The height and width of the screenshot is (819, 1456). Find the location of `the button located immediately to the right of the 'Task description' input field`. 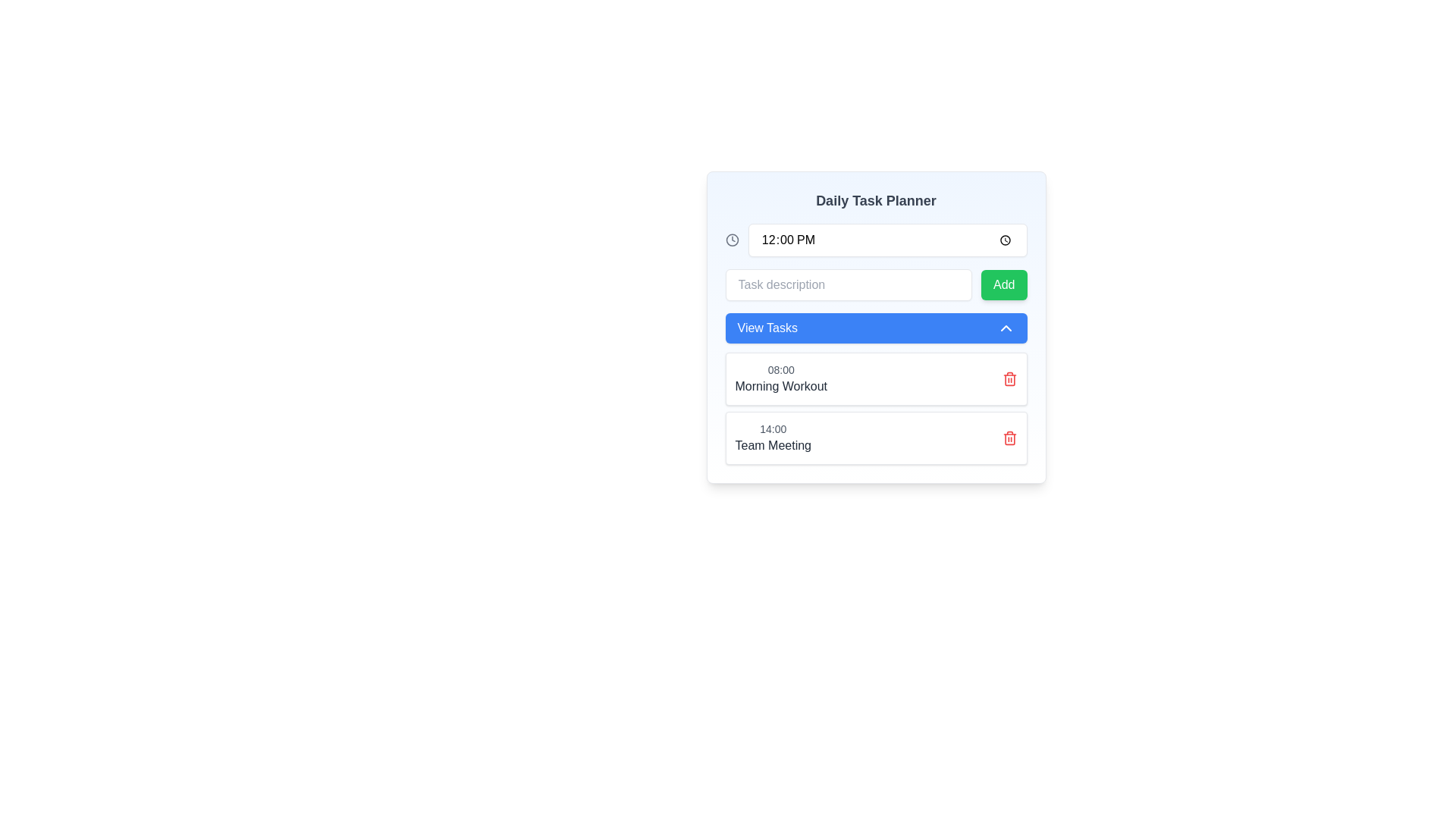

the button located immediately to the right of the 'Task description' input field is located at coordinates (1004, 284).